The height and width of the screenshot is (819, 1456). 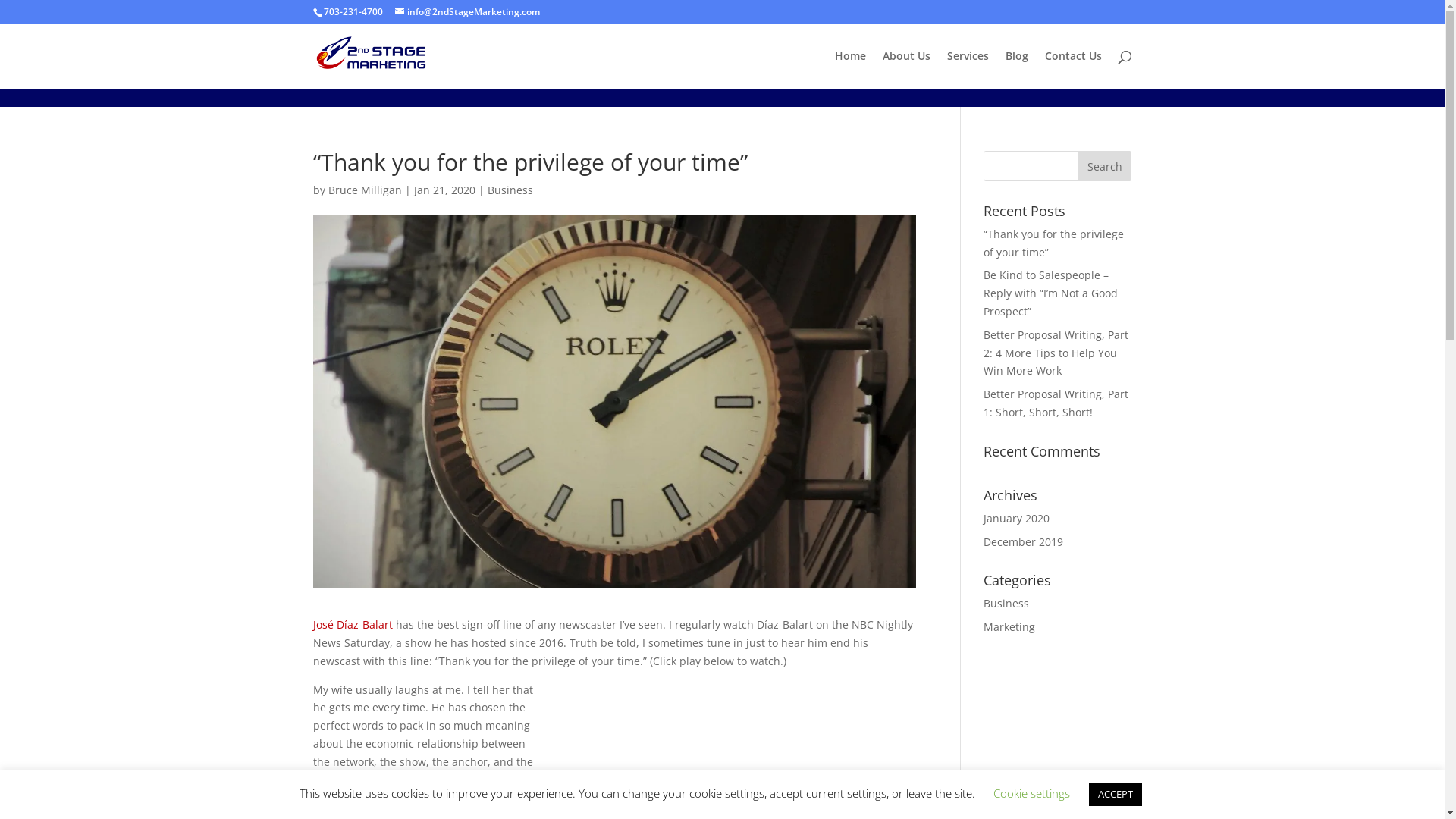 What do you see at coordinates (1105, 166) in the screenshot?
I see `'Search'` at bounding box center [1105, 166].